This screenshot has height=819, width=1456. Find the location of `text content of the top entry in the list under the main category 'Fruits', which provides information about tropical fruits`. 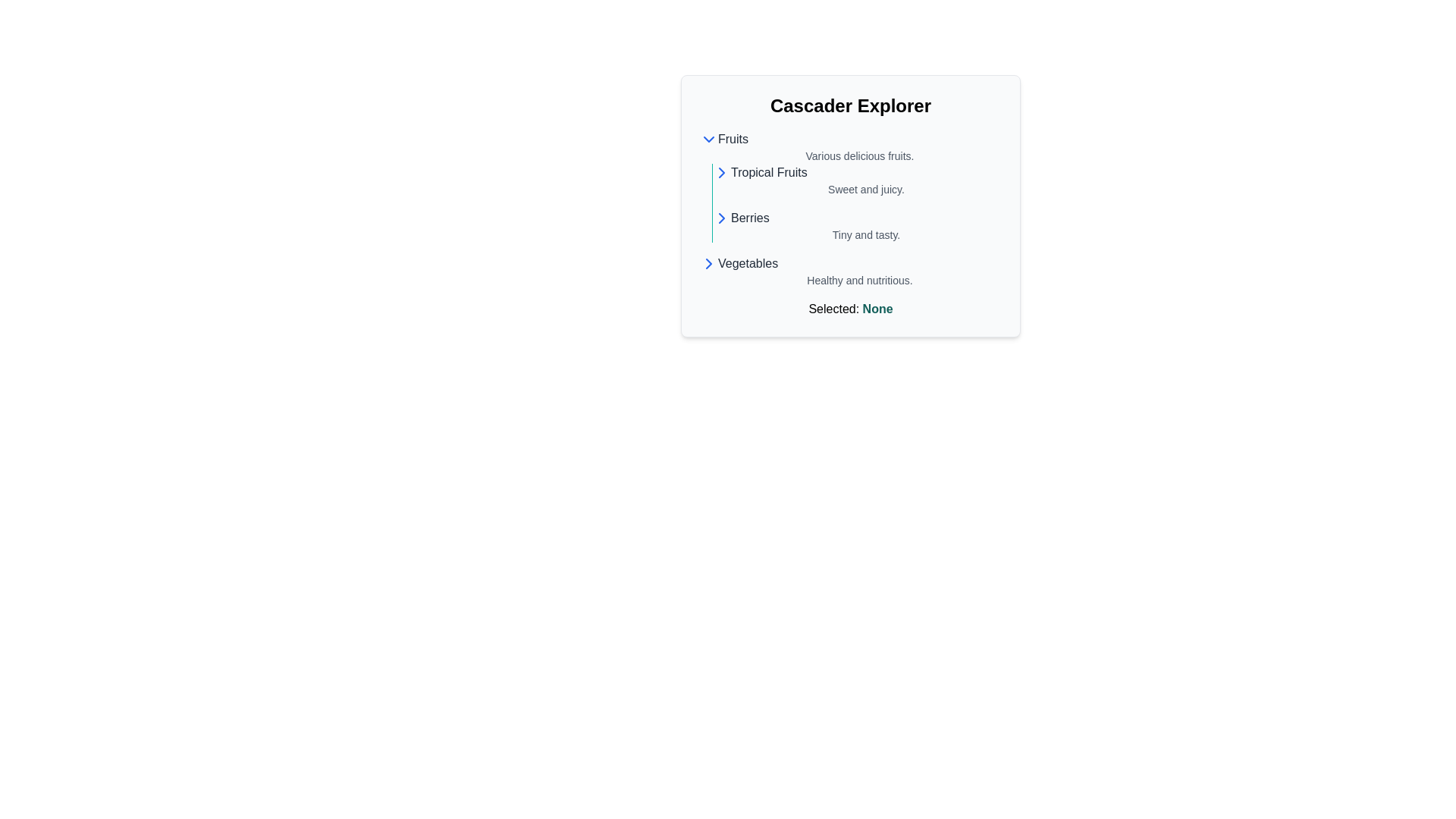

text content of the top entry in the list under the main category 'Fruits', which provides information about tropical fruits is located at coordinates (857, 180).